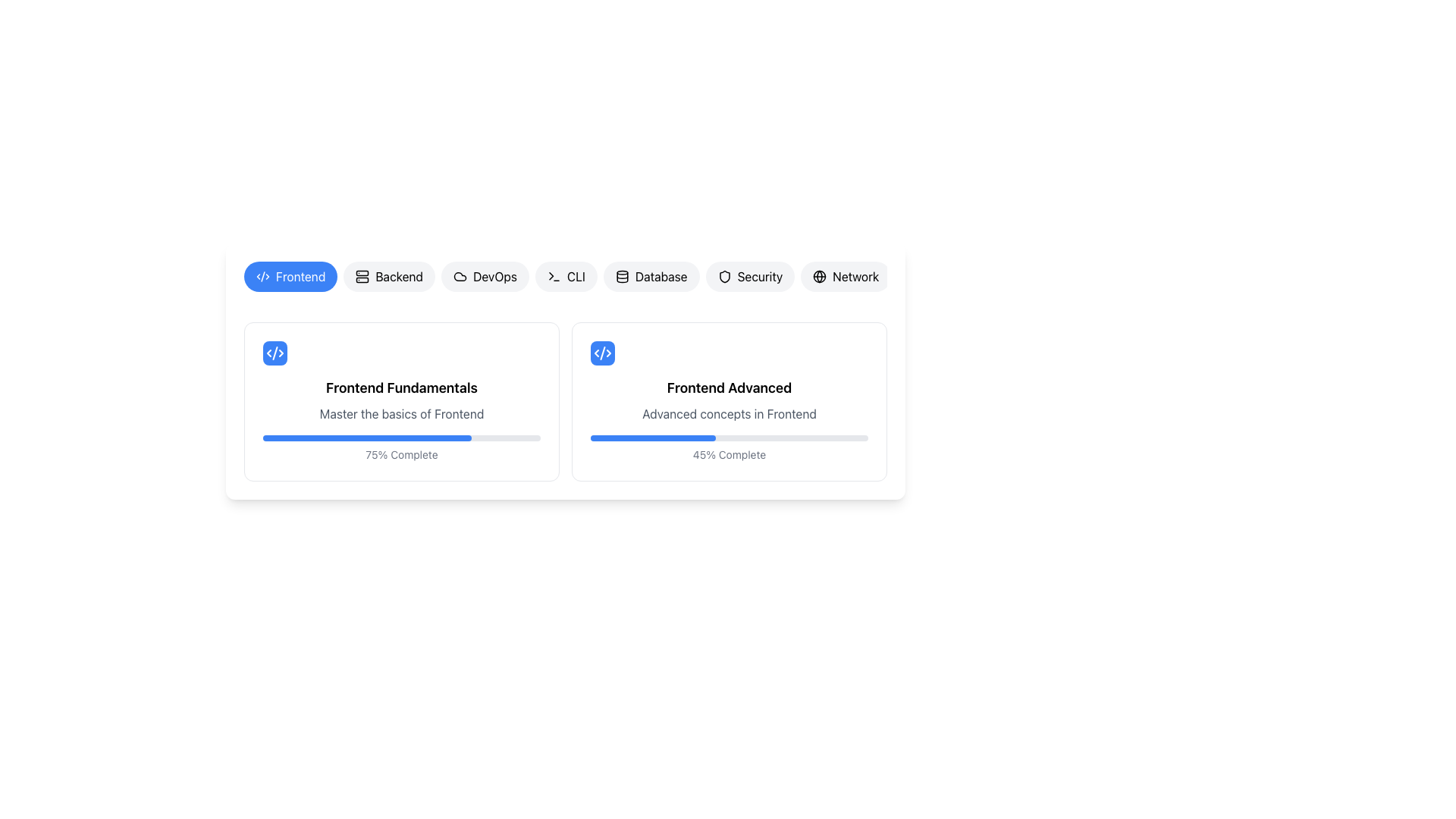 Image resolution: width=1456 pixels, height=819 pixels. Describe the element at coordinates (622, 277) in the screenshot. I see `the database icon located within the 'Database' button, which is a small icon resembling a database with elliptical shapes and vertical lines, positioned to the left of the text label` at that location.